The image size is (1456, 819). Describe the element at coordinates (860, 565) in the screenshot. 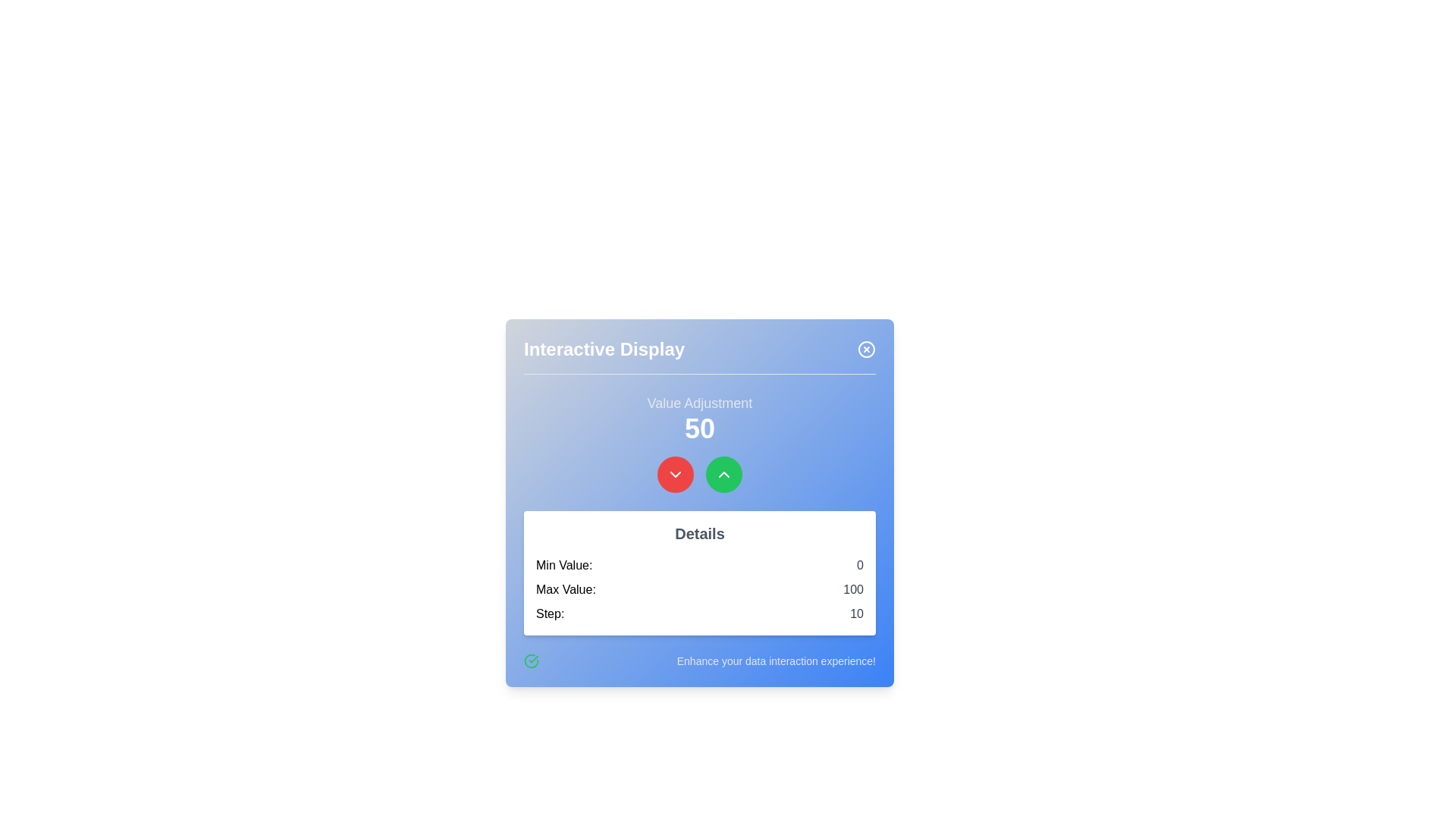

I see `the text label displaying the numeral '0', which is in gray color and located next to the label 'Min Value:' within the 'Details' card` at that location.